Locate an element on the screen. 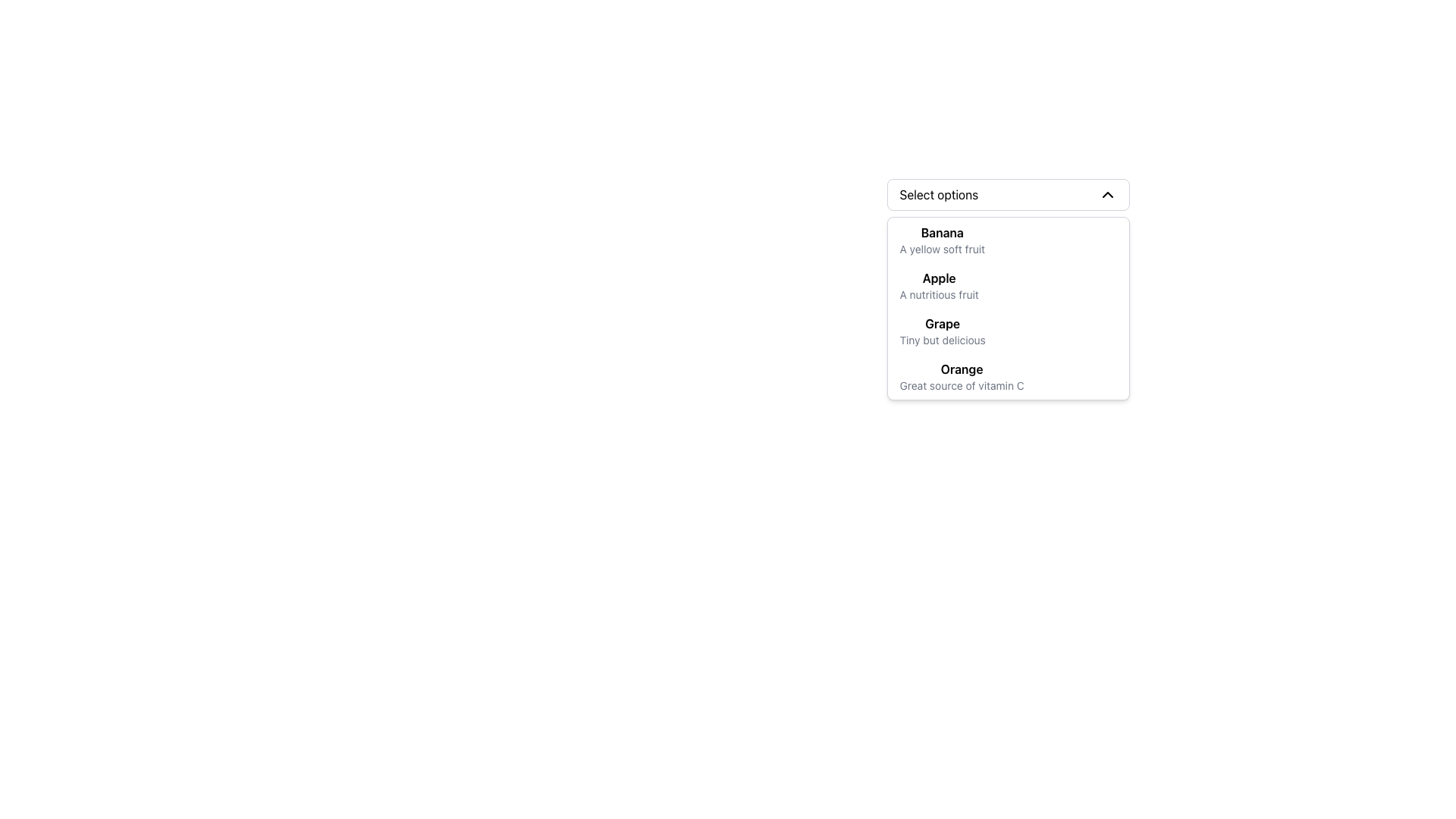 This screenshot has height=819, width=1456. the list item labeled 'Apple' in the dropdown menu is located at coordinates (1008, 286).